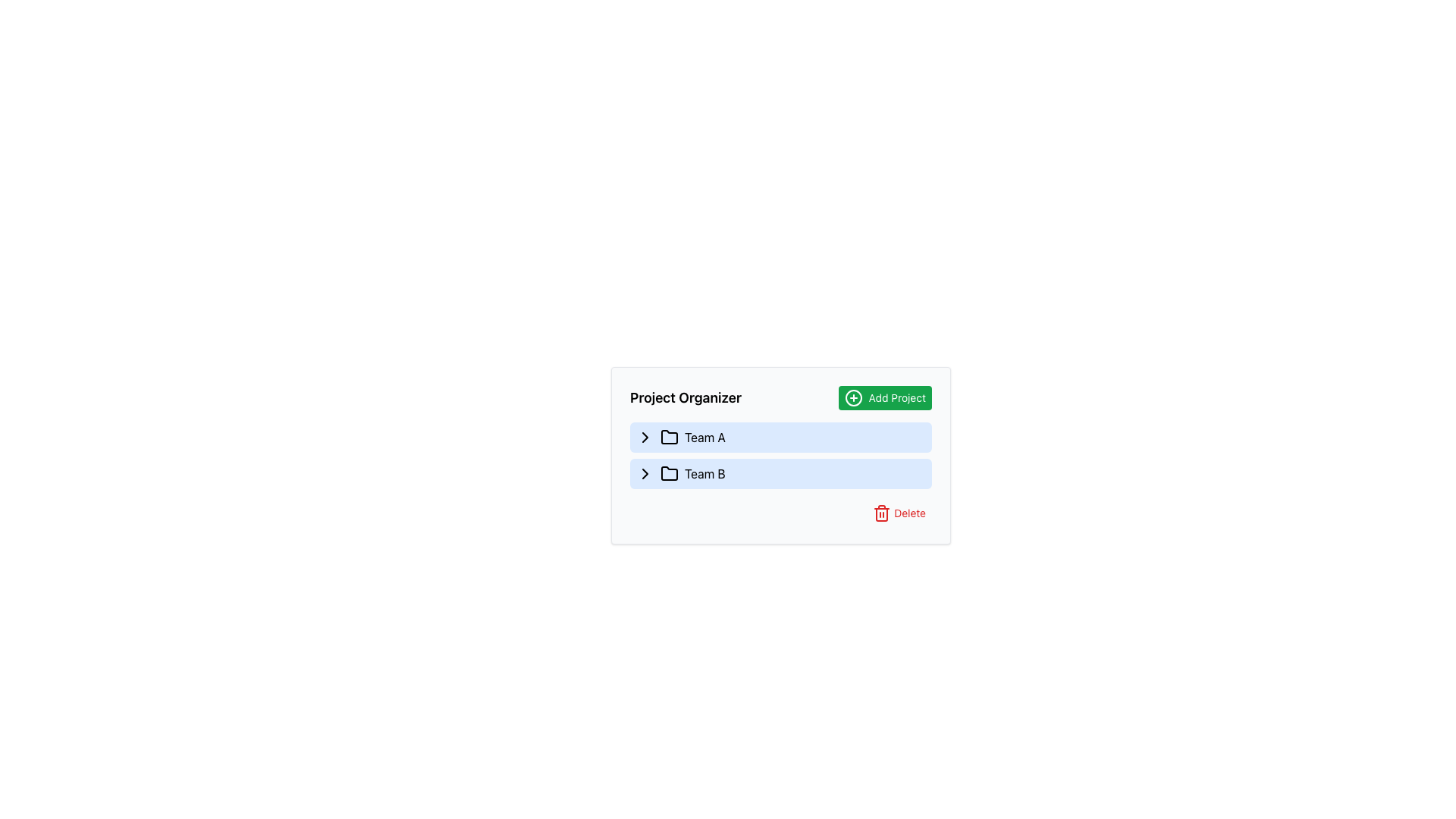 Image resolution: width=1456 pixels, height=819 pixels. What do you see at coordinates (669, 472) in the screenshot?
I see `the second folder icon in the 'Project Organizer' list, associated with the project labeled 'Team B'` at bounding box center [669, 472].